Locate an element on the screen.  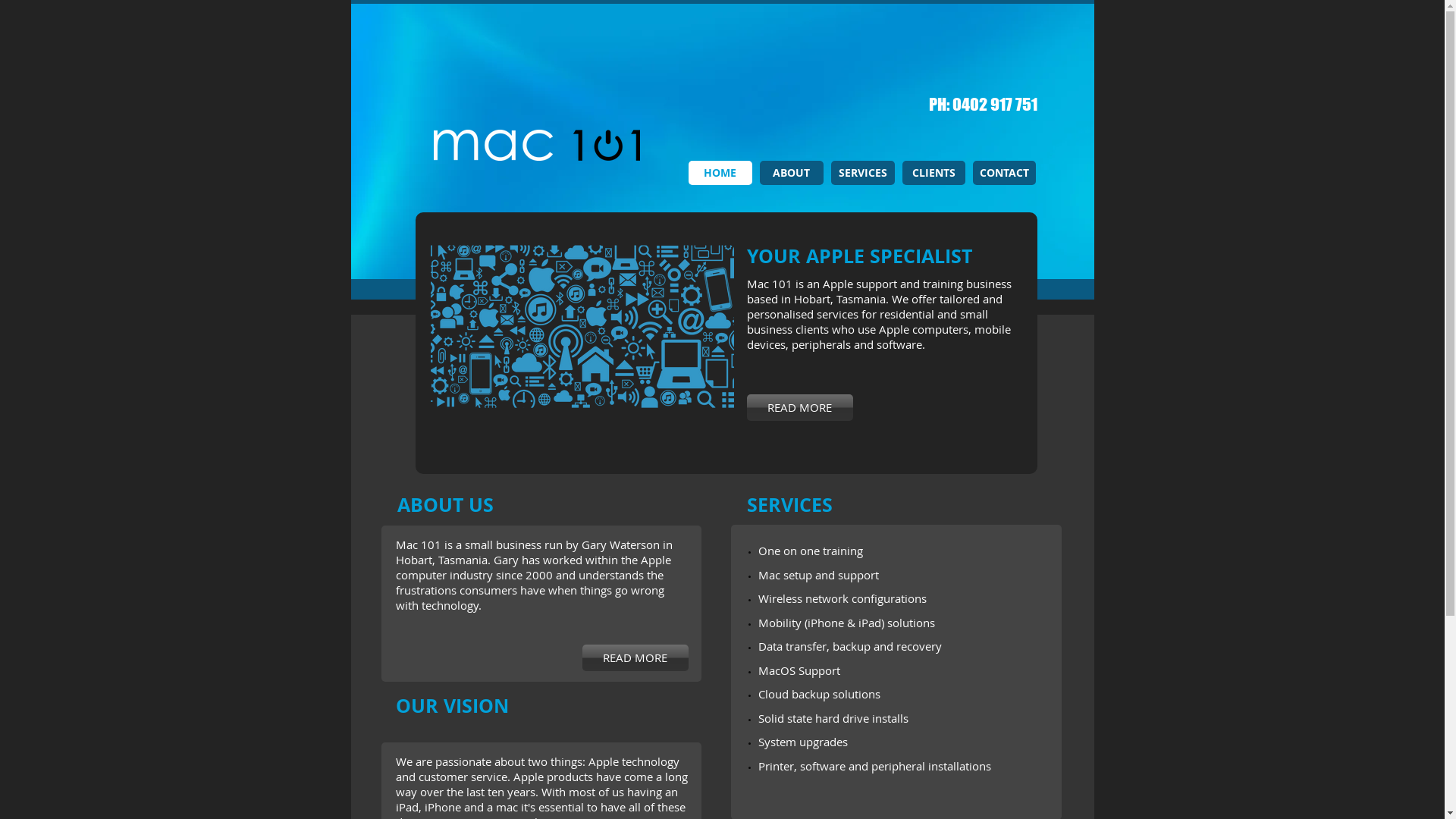
'CONTACT' is located at coordinates (971, 171).